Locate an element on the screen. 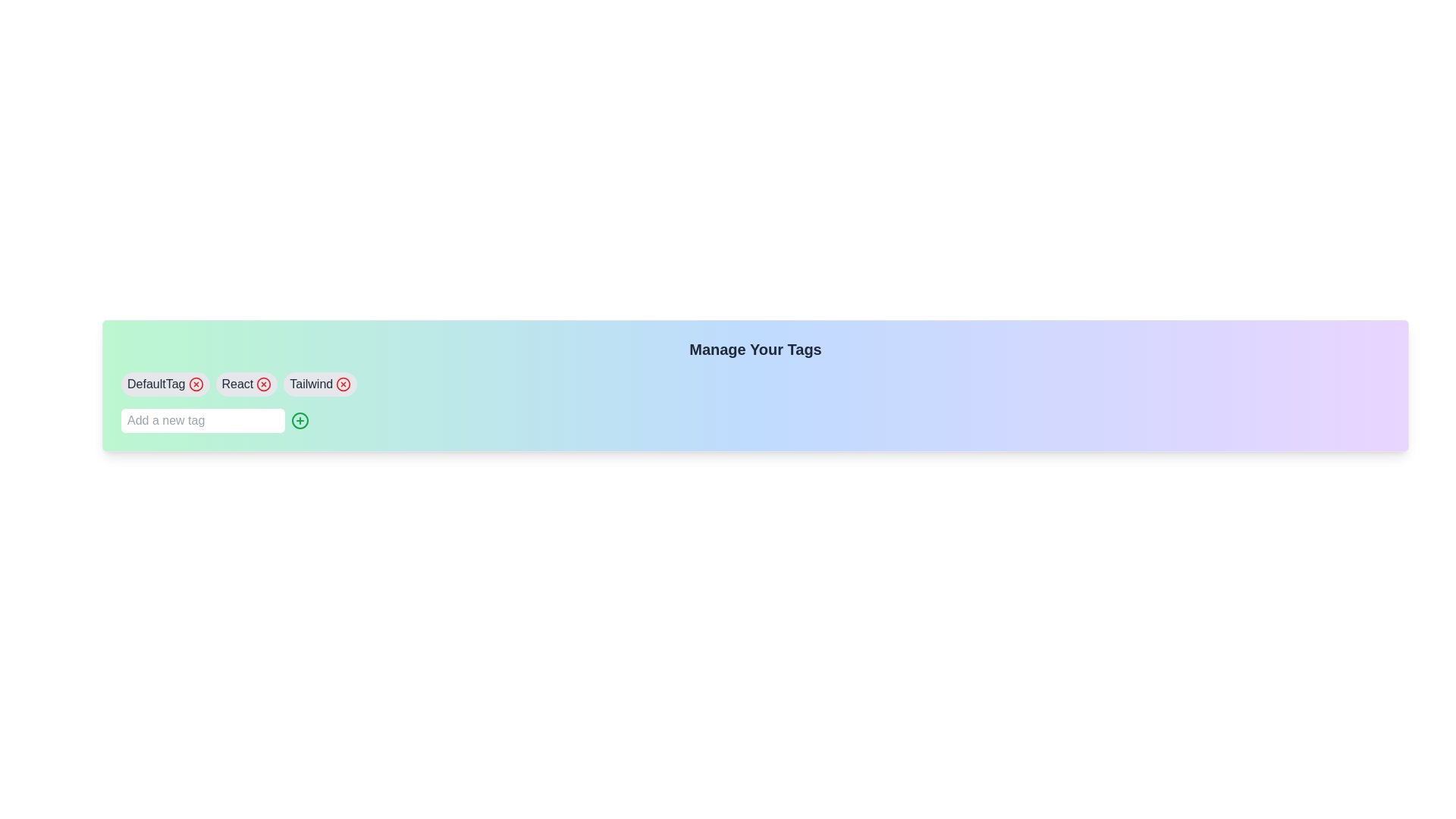  the circular decorative shape with a thin red border, centrally located within the 'X' icon used for removal in the 'Tailwind' tag is located at coordinates (343, 383).